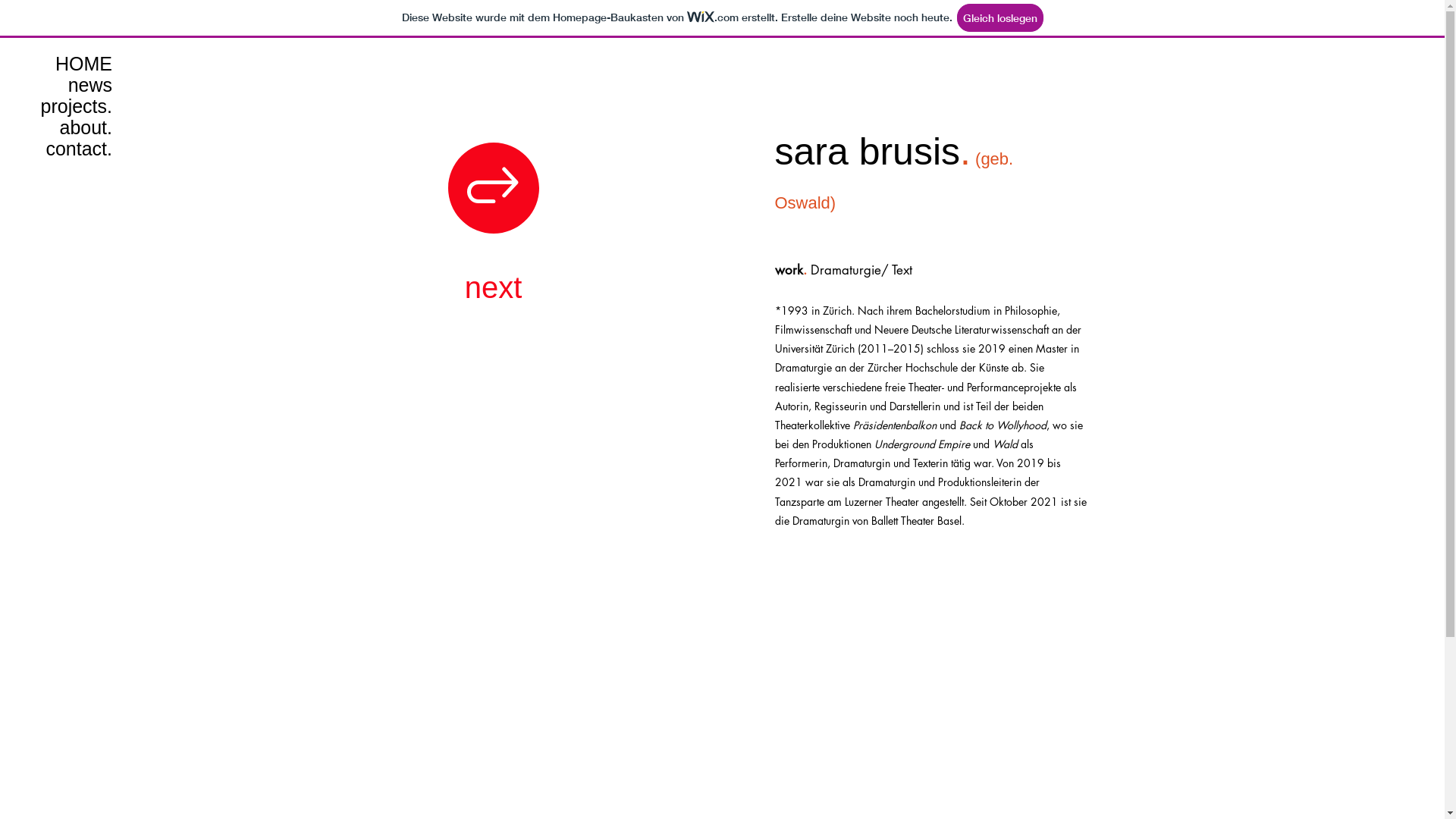 This screenshot has width=1456, height=819. Describe the element at coordinates (63, 149) in the screenshot. I see `'contact.'` at that location.